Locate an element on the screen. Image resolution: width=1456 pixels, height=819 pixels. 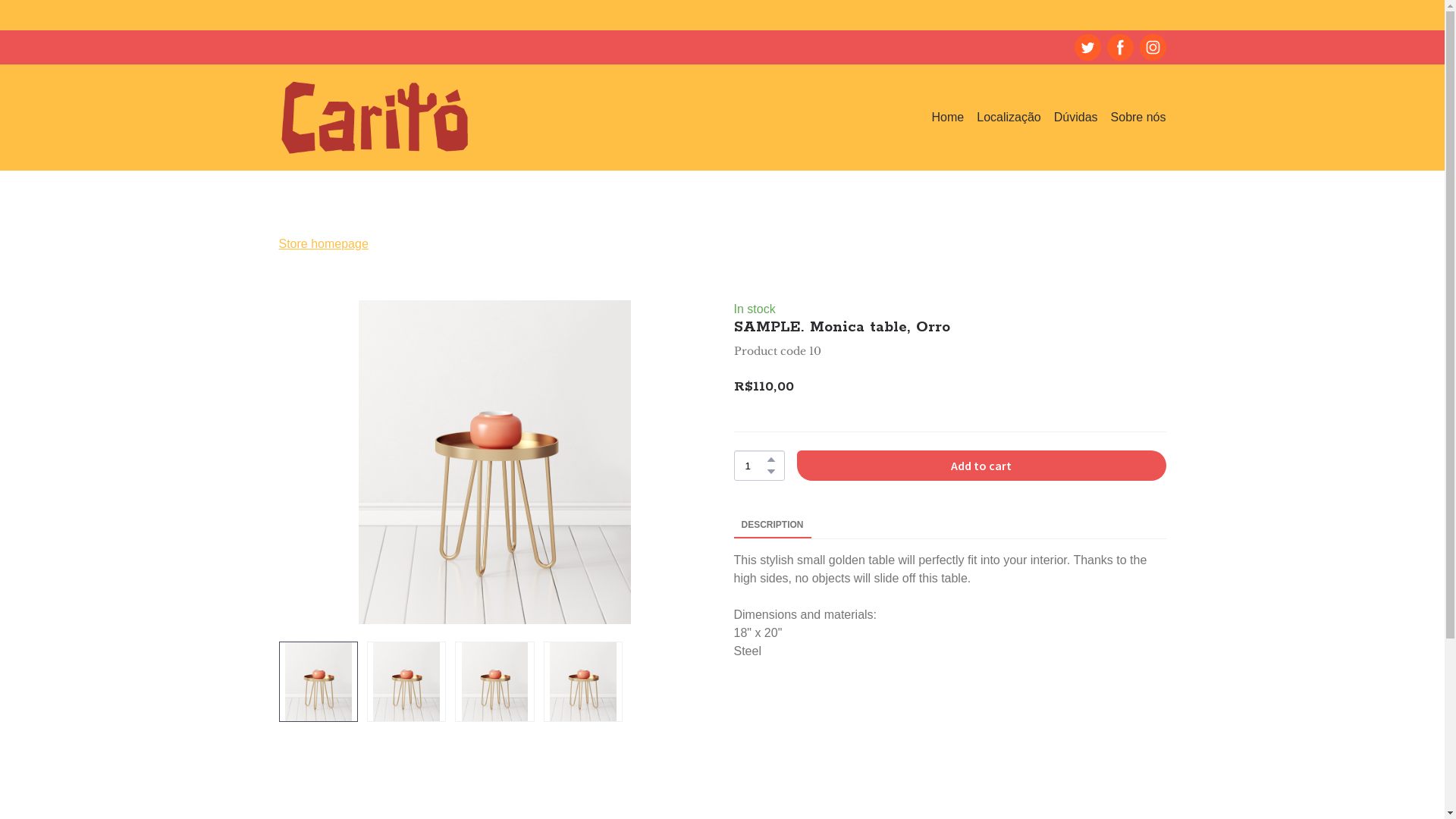
'Add to cart' is located at coordinates (981, 464).